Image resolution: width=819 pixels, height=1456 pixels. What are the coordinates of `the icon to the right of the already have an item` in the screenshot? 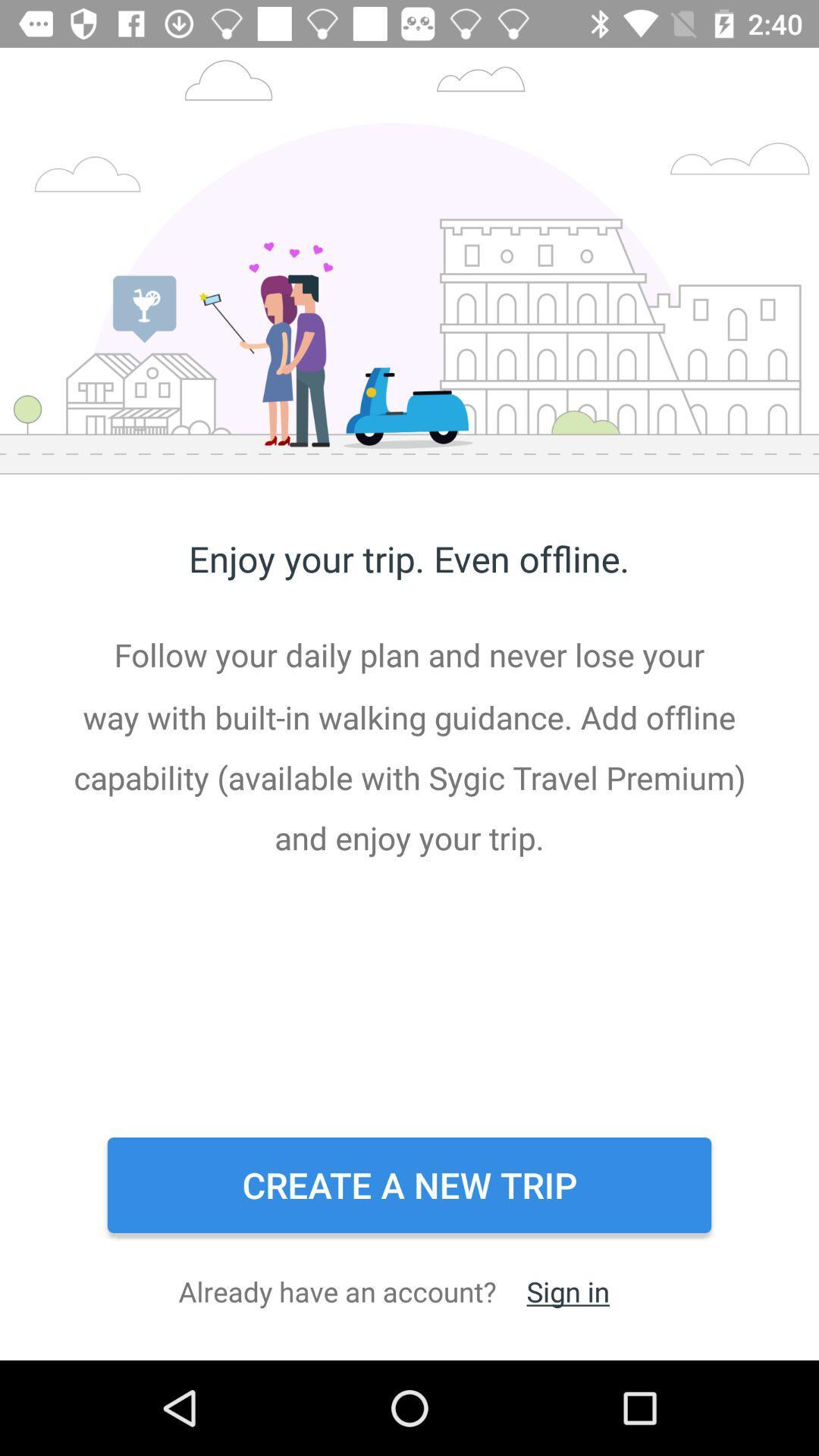 It's located at (568, 1291).